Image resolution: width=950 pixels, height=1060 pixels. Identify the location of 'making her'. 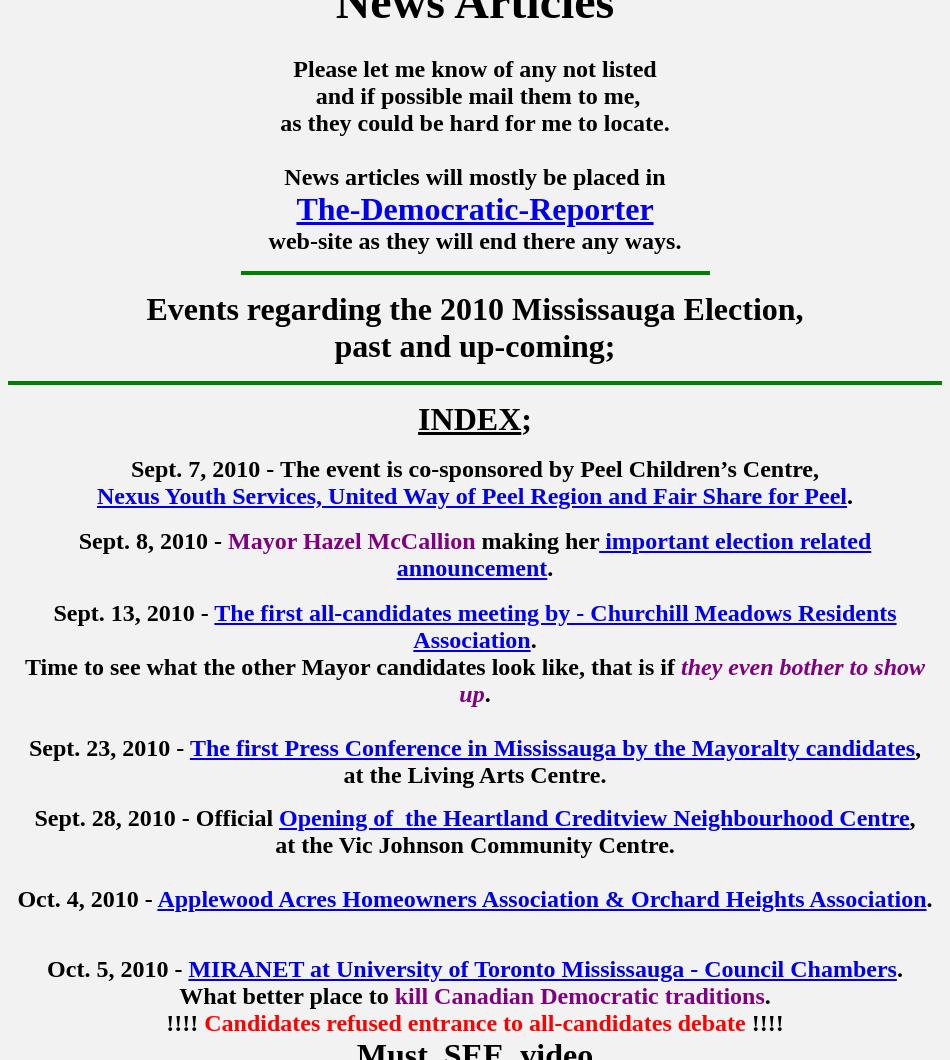
(539, 541).